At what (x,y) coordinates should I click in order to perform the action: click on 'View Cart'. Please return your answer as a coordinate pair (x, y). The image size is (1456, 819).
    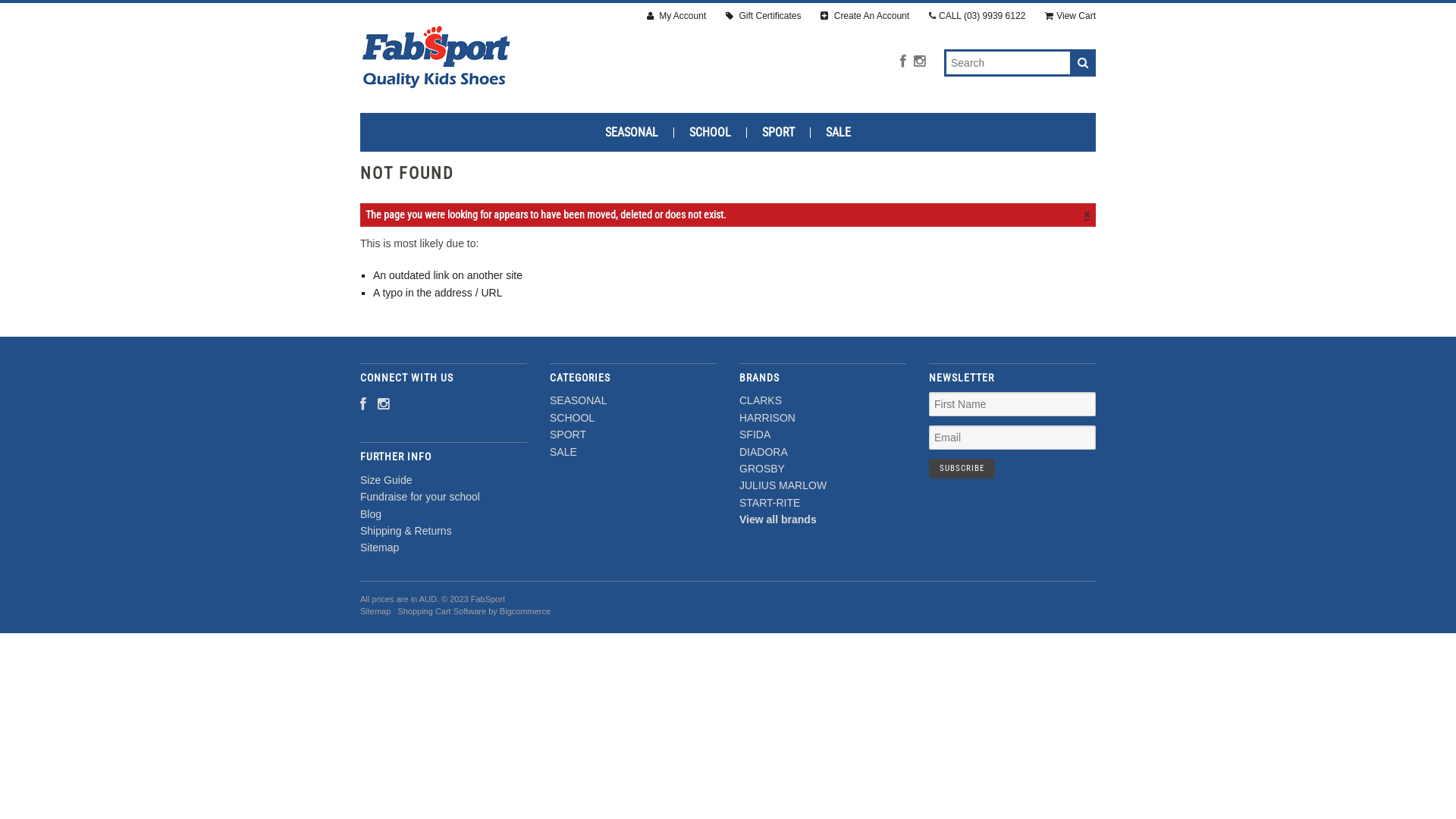
    Looking at the image, I should click on (1069, 16).